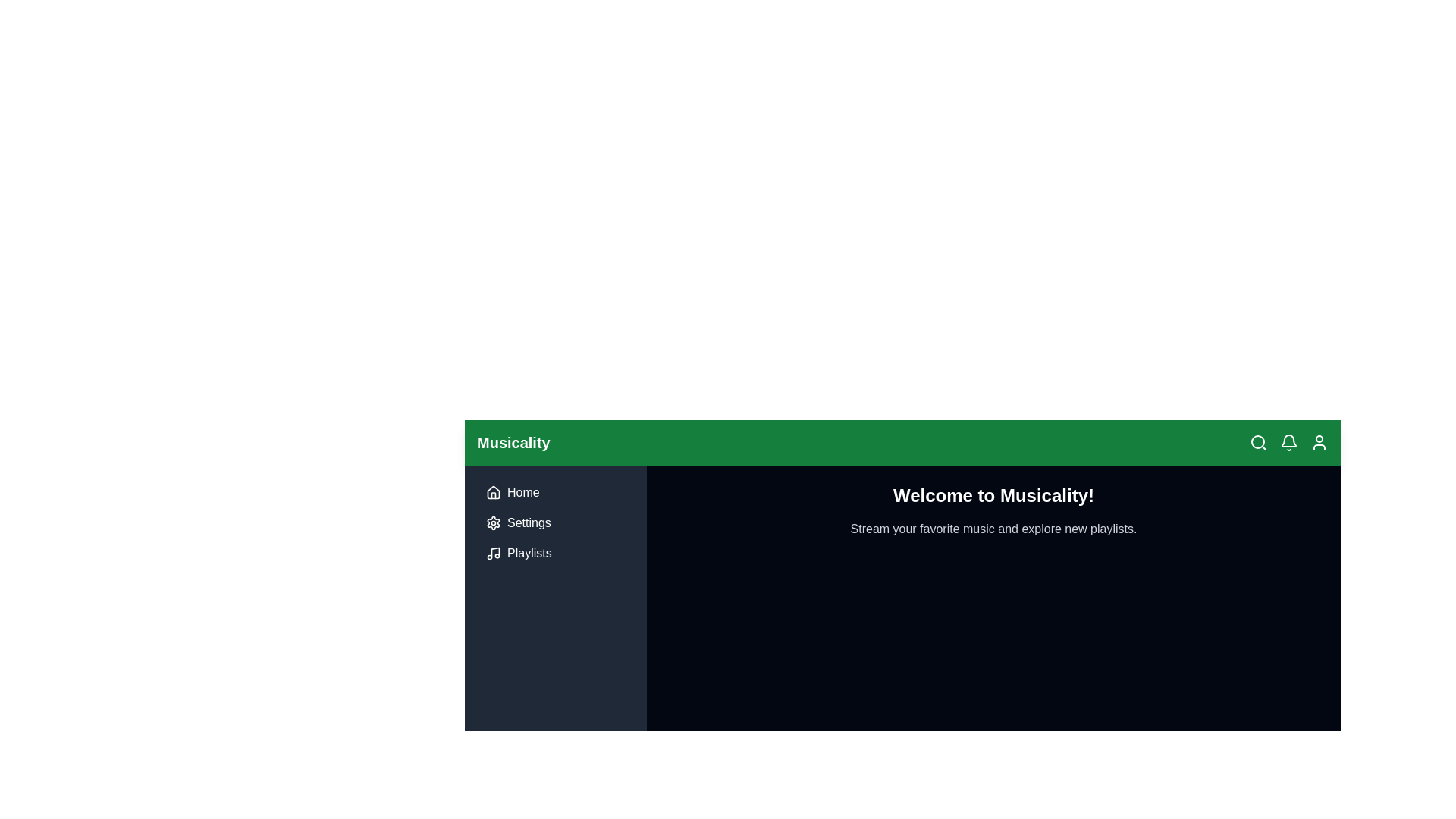 This screenshot has width=1456, height=819. Describe the element at coordinates (1288, 441) in the screenshot. I see `the central part of the bell-shaped notification icon located in the top right corner of the app's navigation bar` at that location.